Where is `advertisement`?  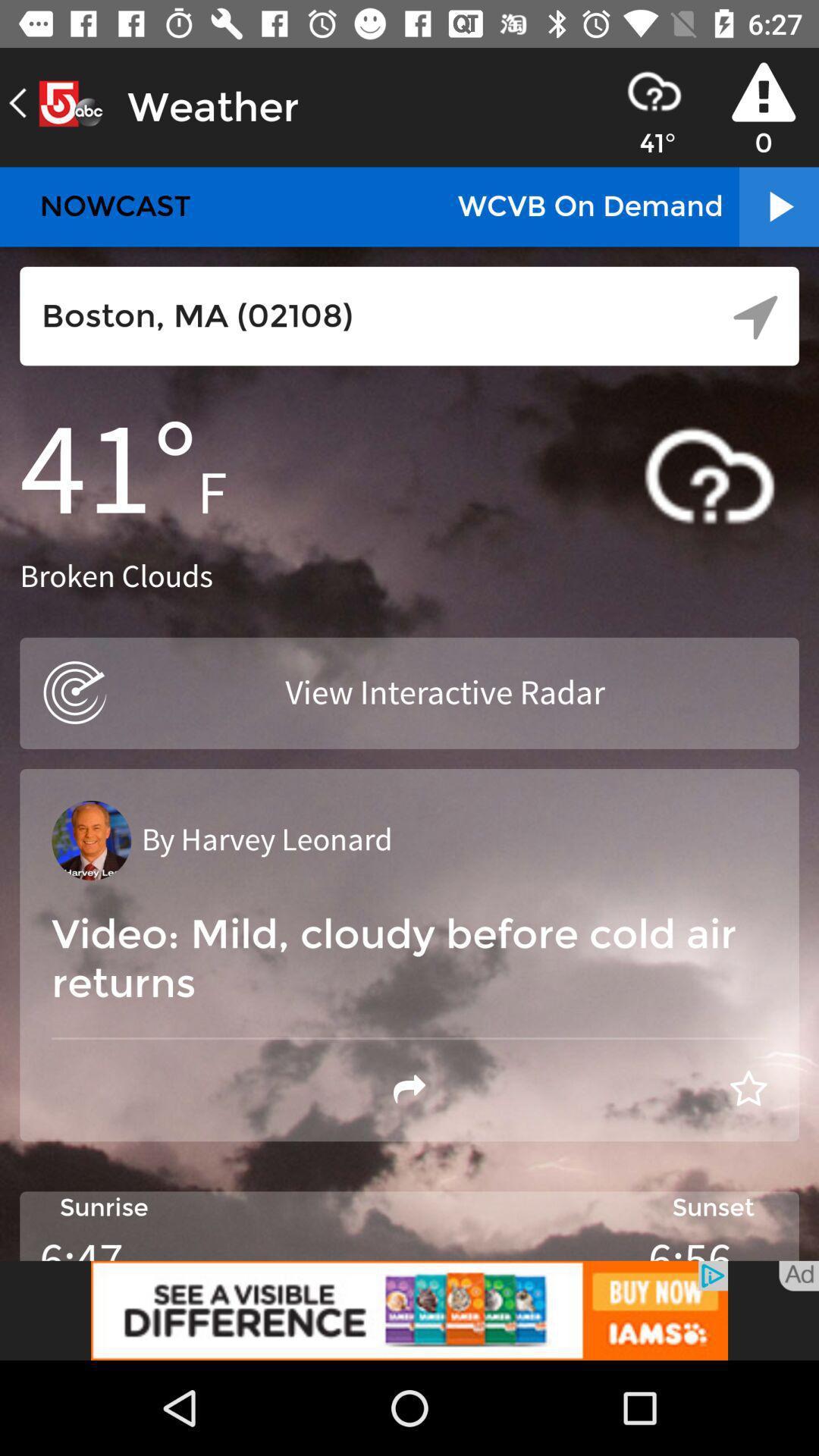
advertisement is located at coordinates (409, 1310).